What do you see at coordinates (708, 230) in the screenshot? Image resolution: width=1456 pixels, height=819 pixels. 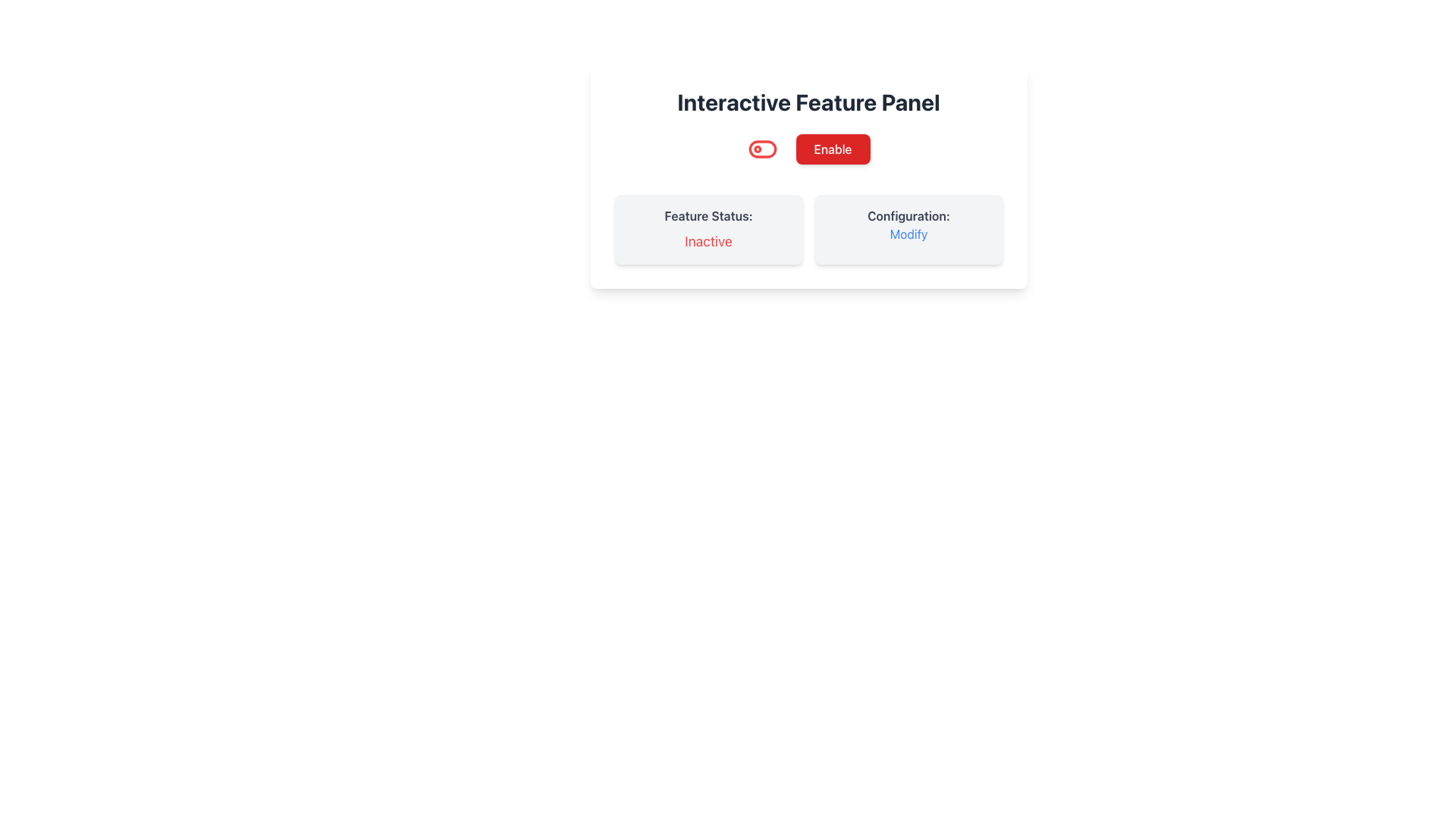 I see `the Display component that shows 'Feature Status:' in gray and 'Inactive' in red, located in the left cell of a two-column grid layout within the 'Interactive Feature Panel'` at bounding box center [708, 230].